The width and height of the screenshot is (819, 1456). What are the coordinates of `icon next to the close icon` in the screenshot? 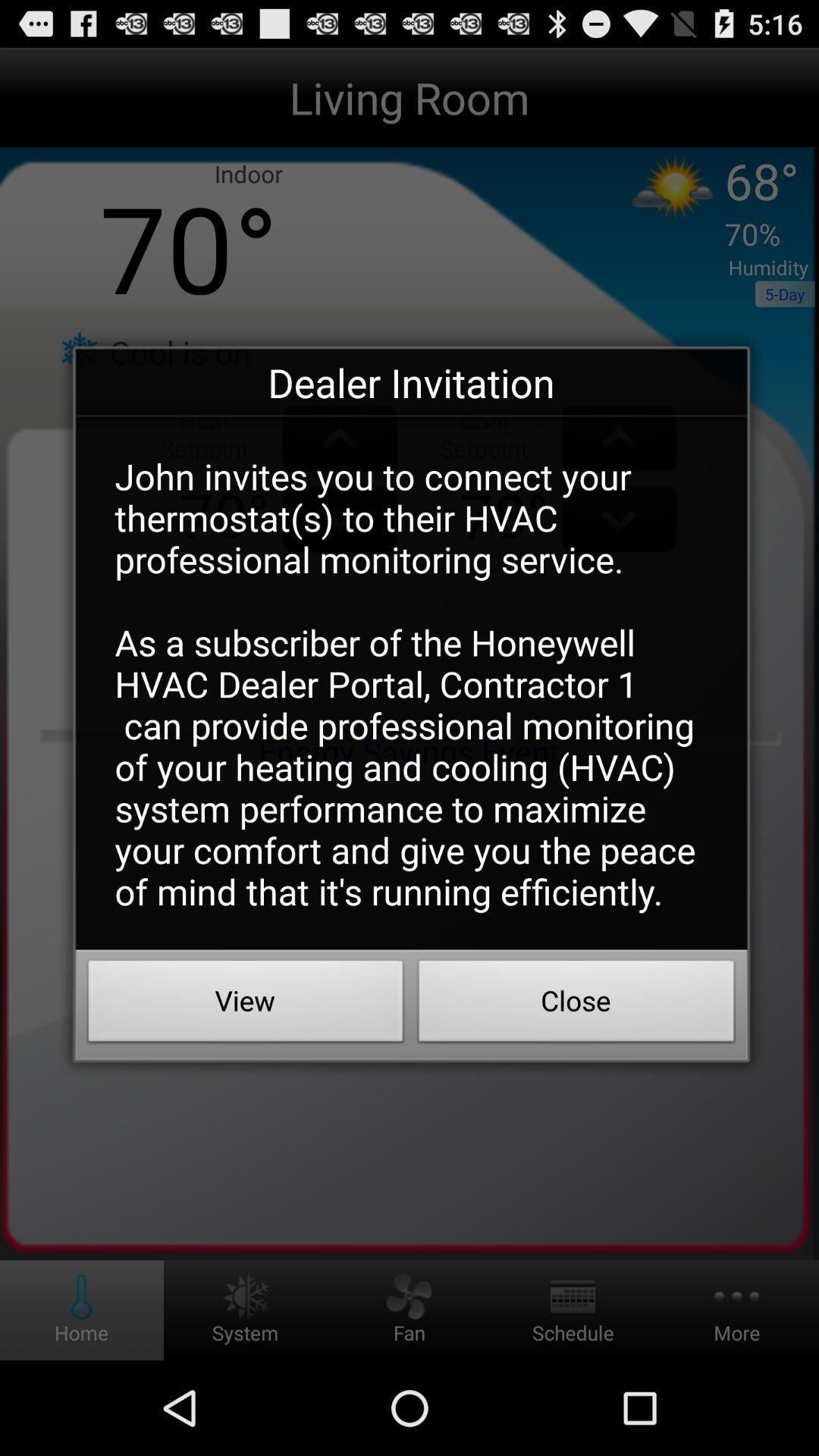 It's located at (245, 1005).